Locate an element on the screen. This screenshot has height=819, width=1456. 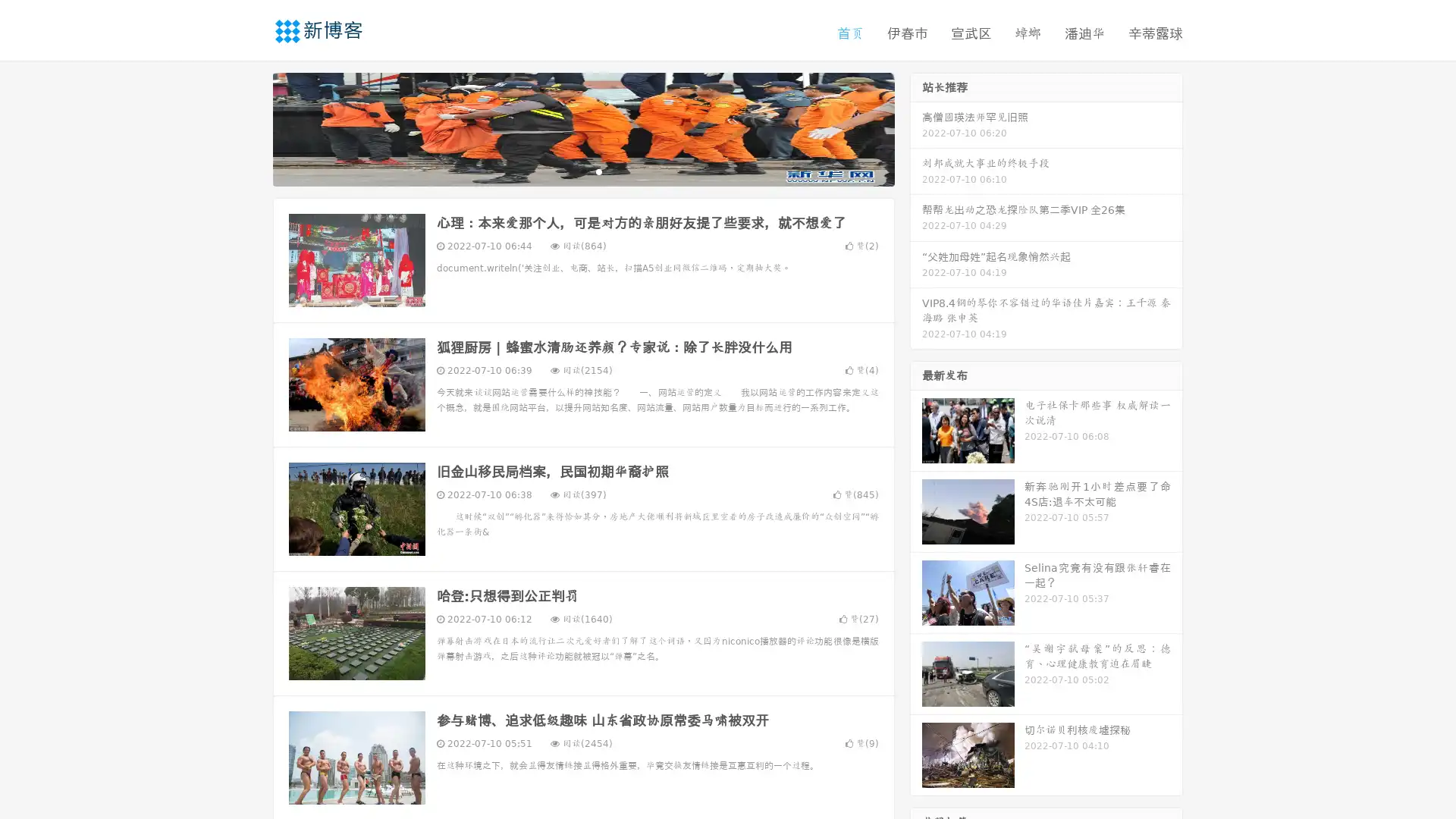
Go to slide 2 is located at coordinates (582, 171).